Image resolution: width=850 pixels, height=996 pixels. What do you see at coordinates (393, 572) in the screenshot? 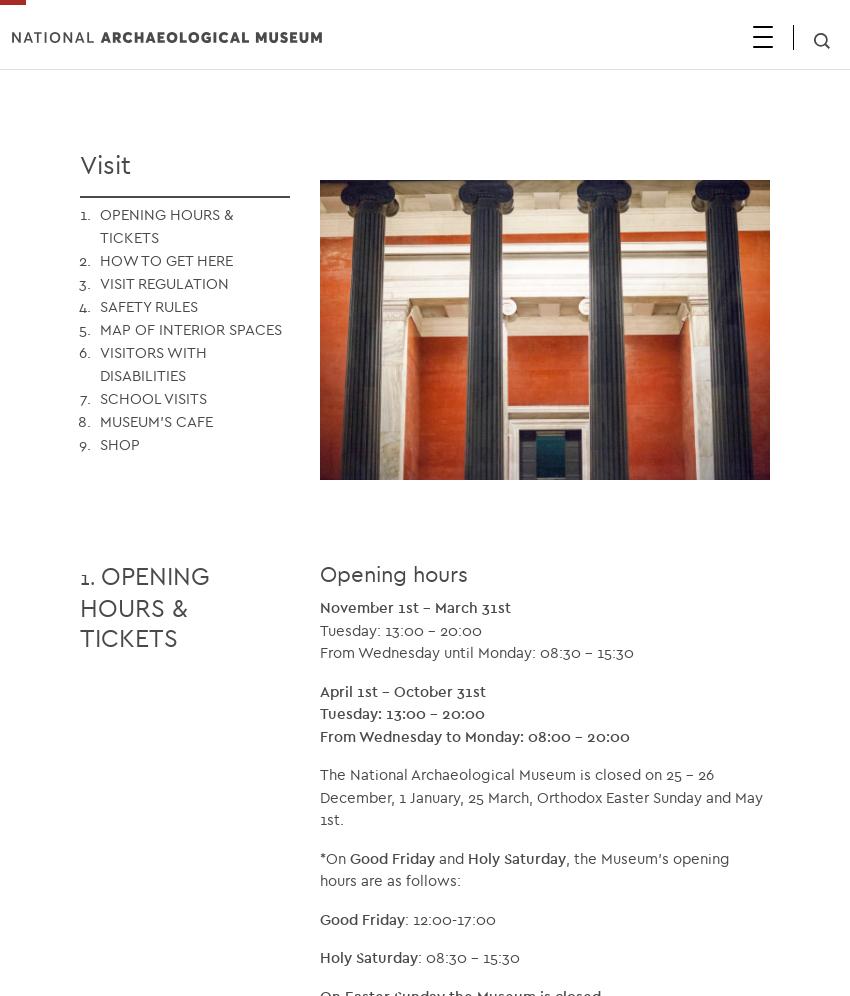
I see `'Opening hours'` at bounding box center [393, 572].